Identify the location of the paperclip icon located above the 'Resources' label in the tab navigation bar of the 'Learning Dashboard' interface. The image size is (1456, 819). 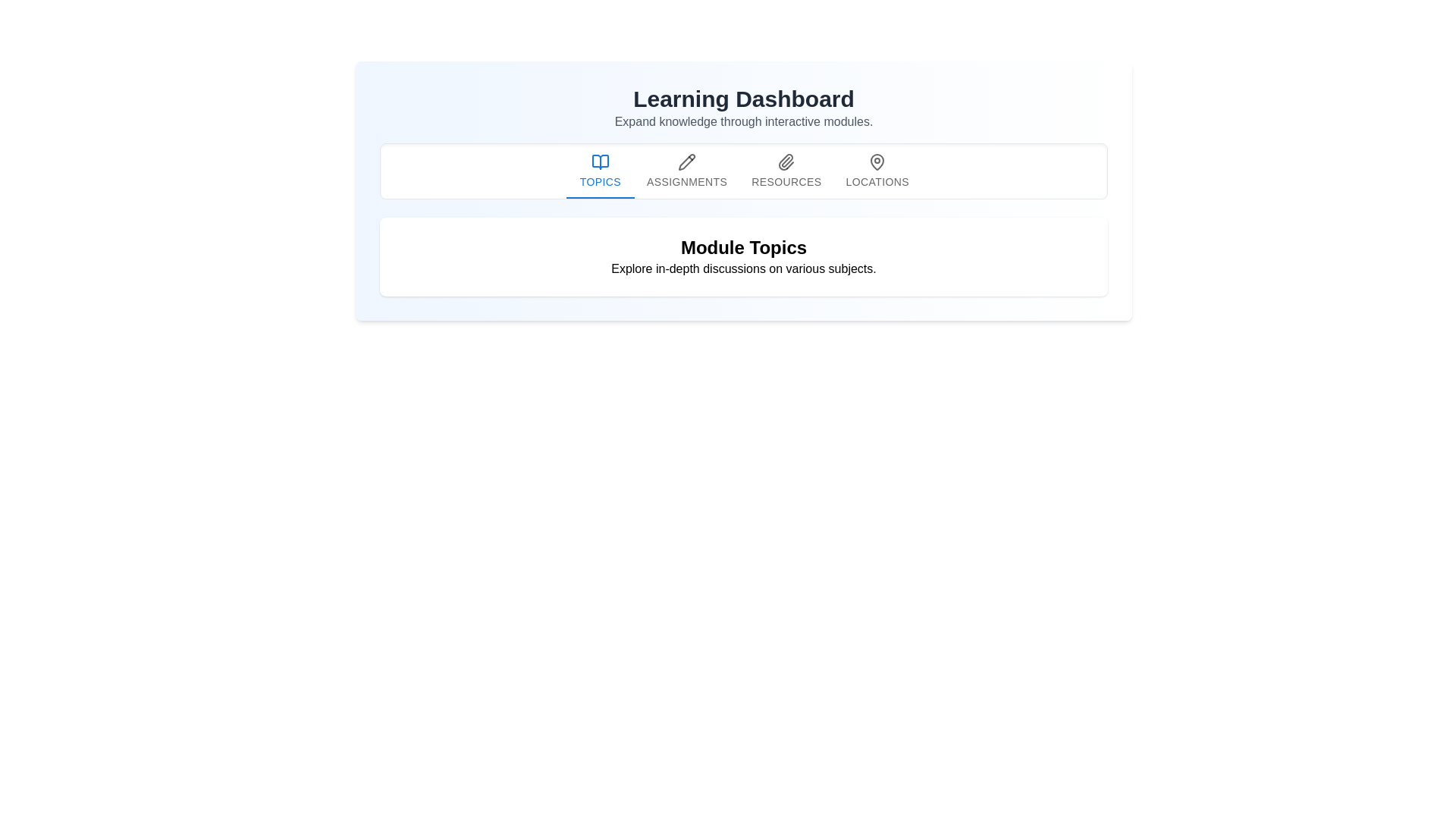
(786, 162).